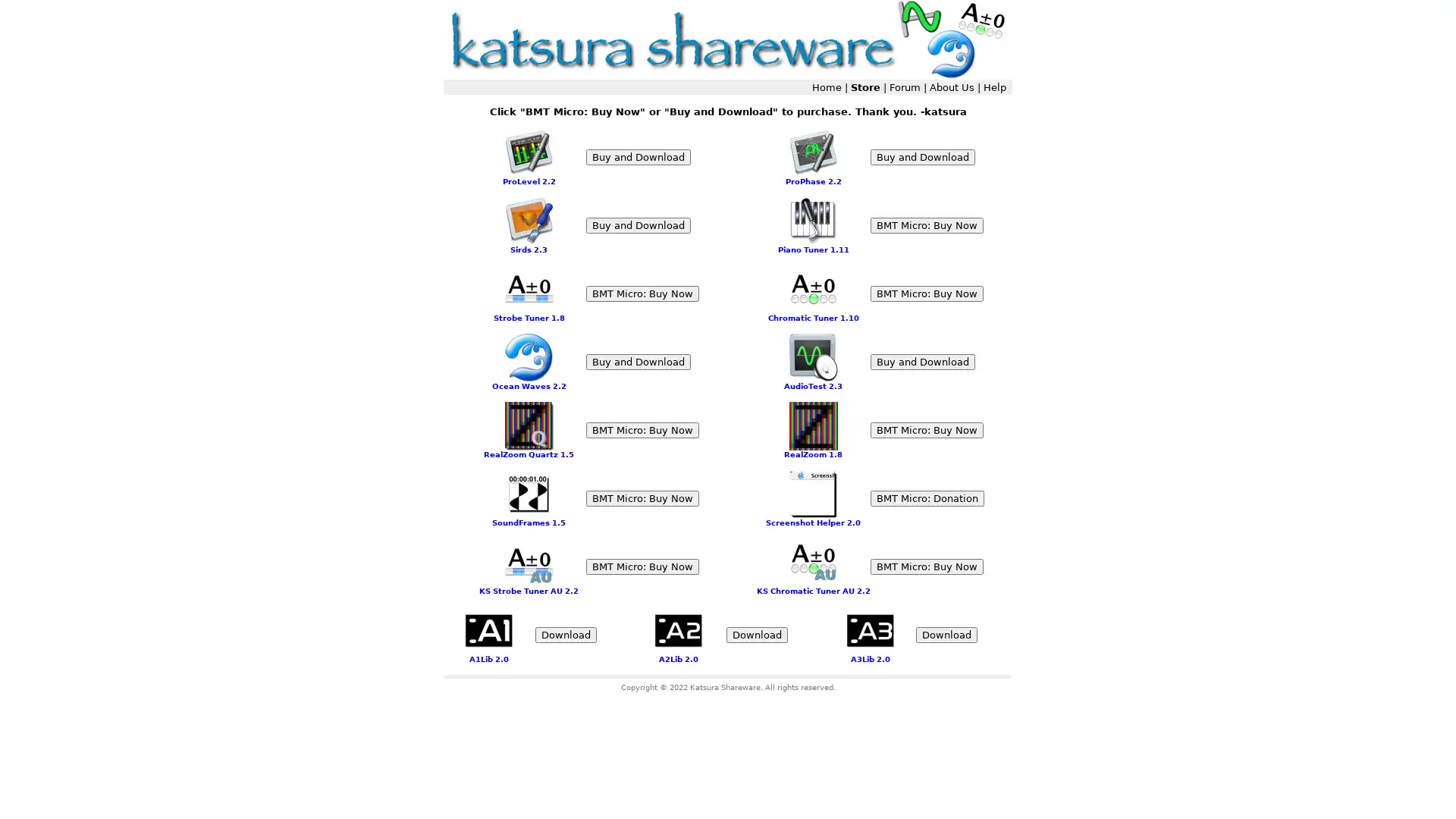 The image size is (1456, 819). What do you see at coordinates (637, 362) in the screenshot?
I see `Buy and Download` at bounding box center [637, 362].